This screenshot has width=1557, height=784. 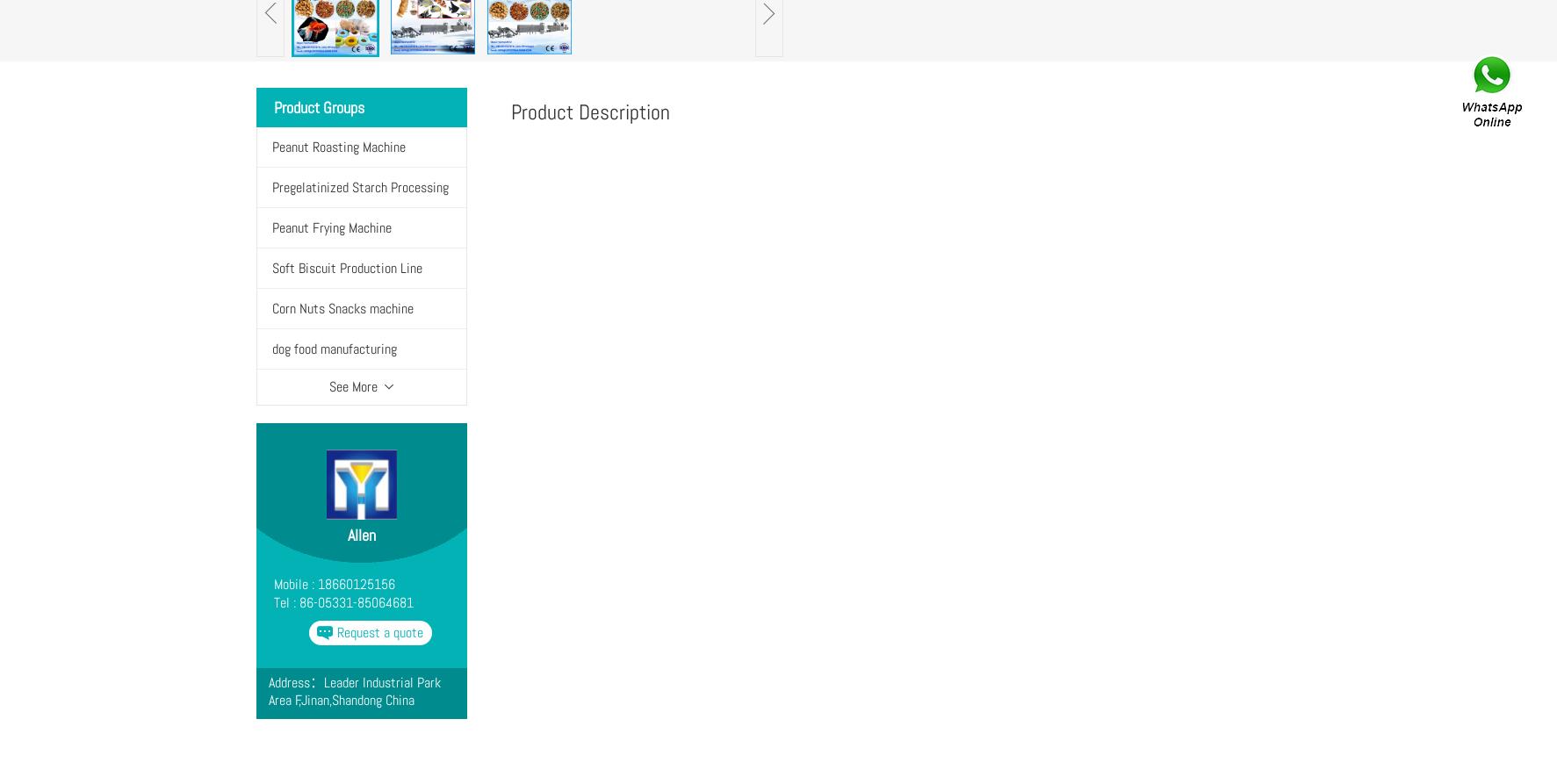 What do you see at coordinates (342, 308) in the screenshot?
I see `'Corn Nuts Snacks machine'` at bounding box center [342, 308].